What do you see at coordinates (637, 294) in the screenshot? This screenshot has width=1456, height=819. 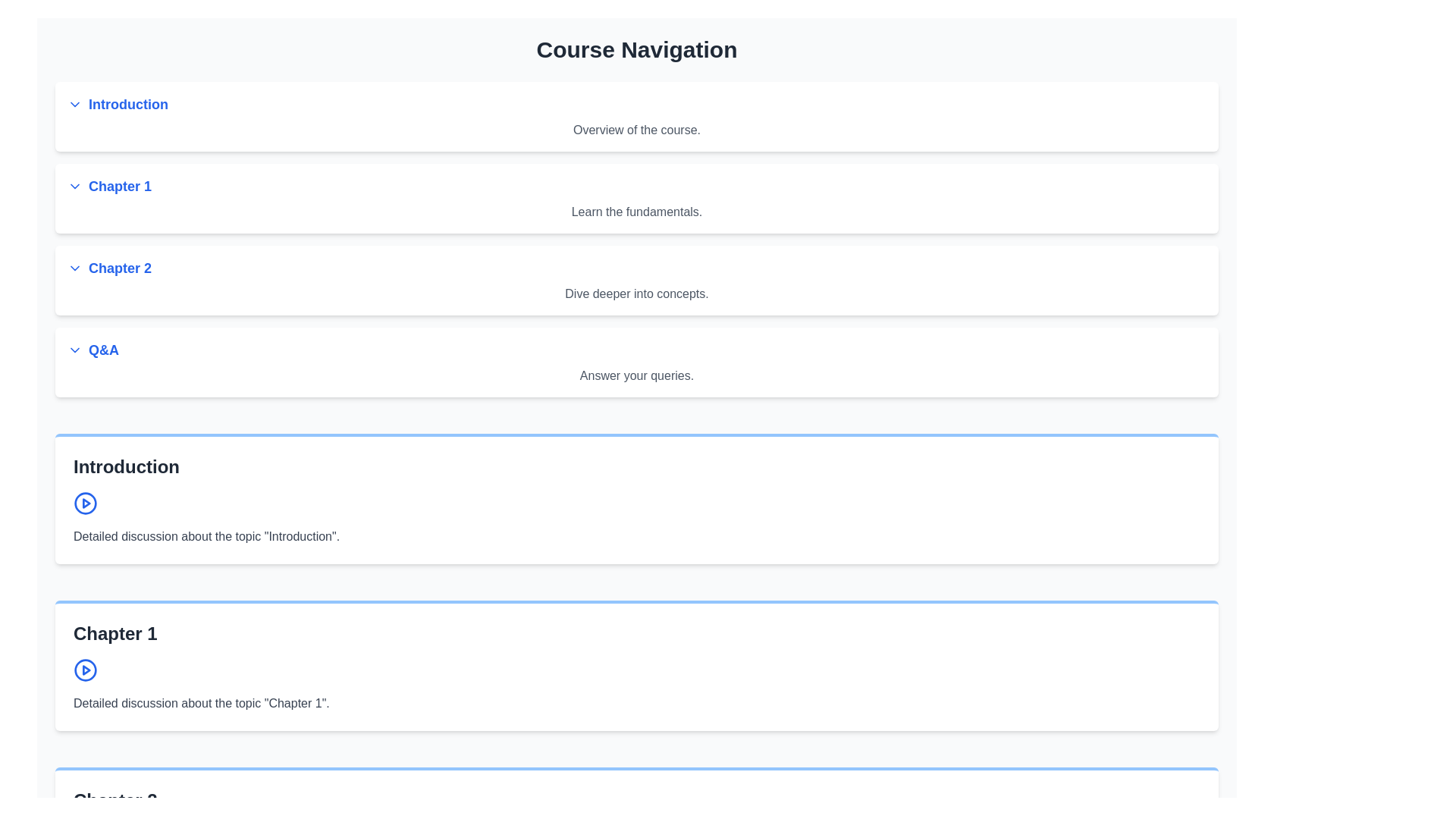 I see `the informational text that reads 'Dive deeper into concepts.' which is styled in gray and located directly beneath the blue hyperlink labeled 'Chapter 2'` at bounding box center [637, 294].